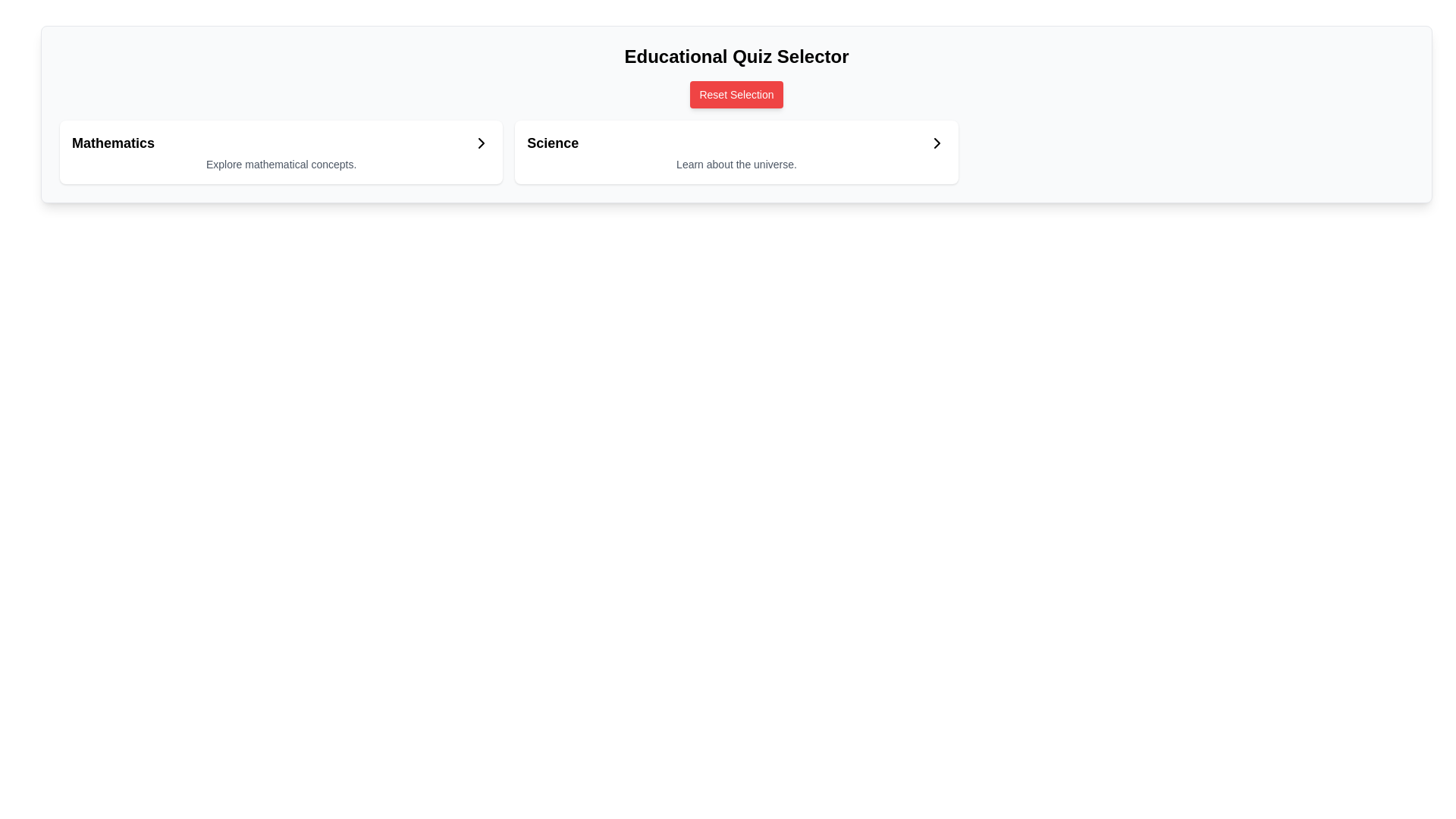 Image resolution: width=1456 pixels, height=819 pixels. What do you see at coordinates (481, 143) in the screenshot?
I see `the navigation icon located at the right end of the 'Mathematics' button, which serves as a forward indicator for more information related to Mathematics` at bounding box center [481, 143].